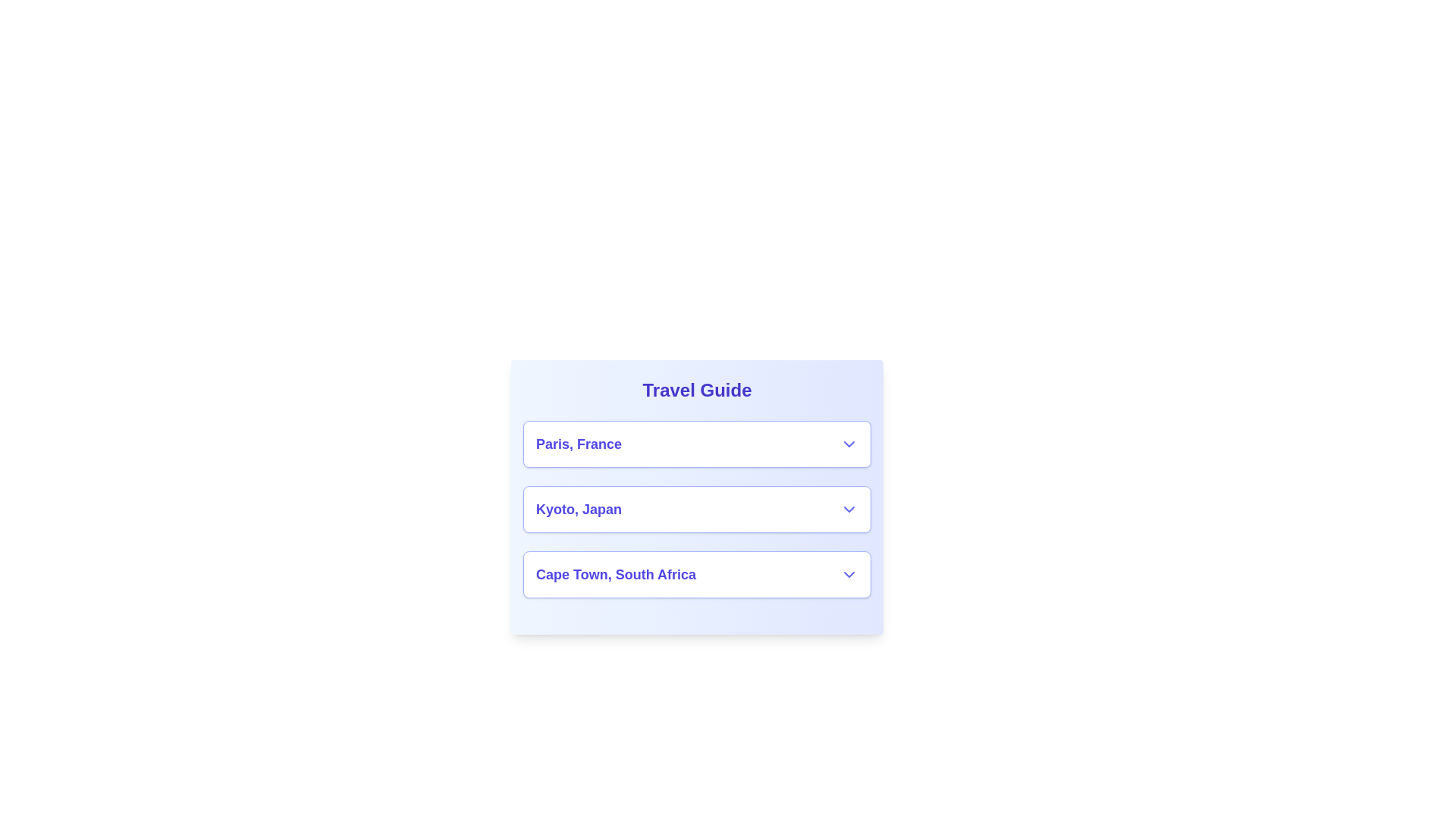 The height and width of the screenshot is (819, 1456). I want to click on the dropdown item labeled 'Cape Town, South Africa', so click(696, 575).